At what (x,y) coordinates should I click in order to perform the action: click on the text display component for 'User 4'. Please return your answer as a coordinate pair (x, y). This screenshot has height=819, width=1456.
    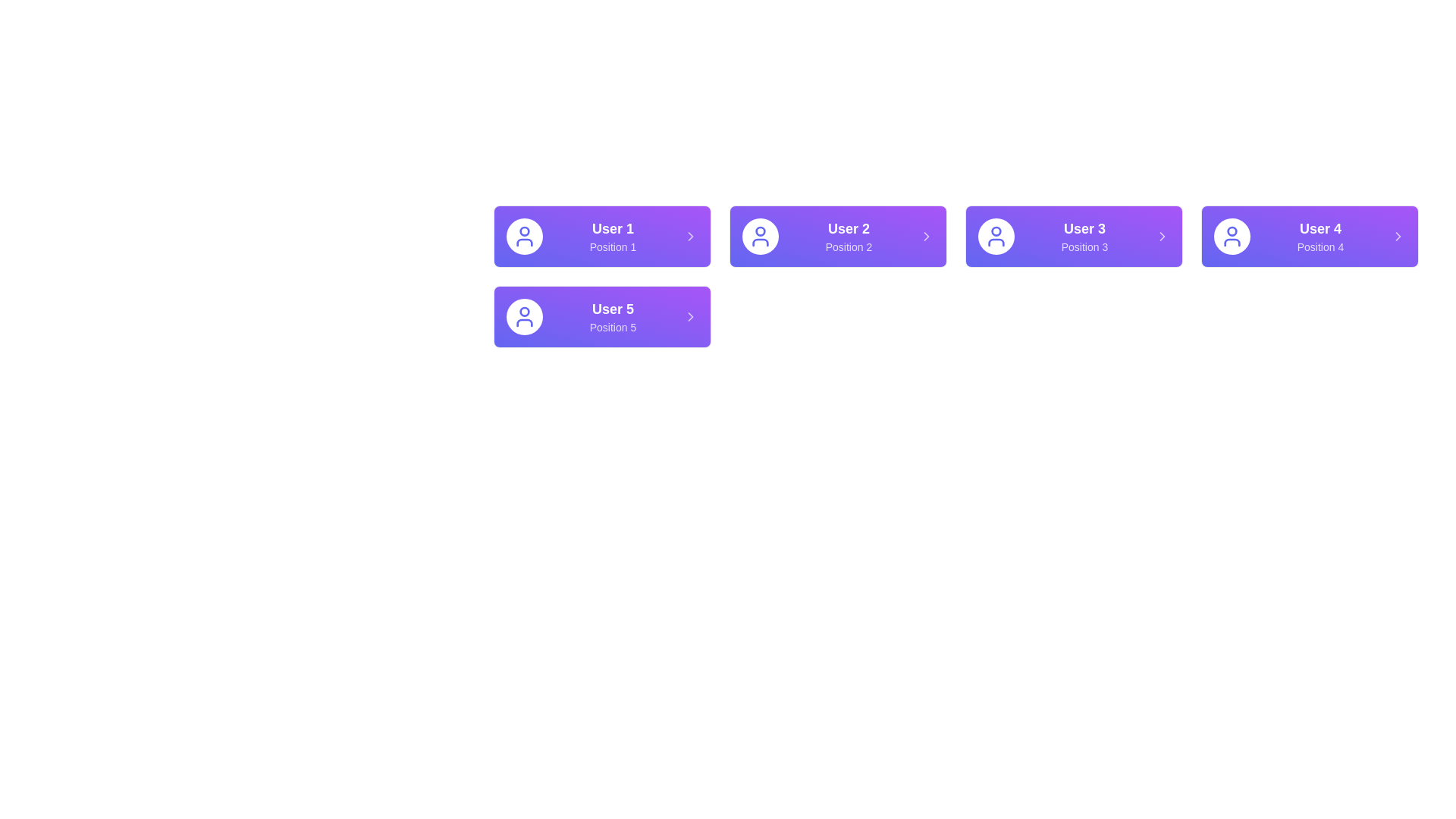
    Looking at the image, I should click on (1319, 237).